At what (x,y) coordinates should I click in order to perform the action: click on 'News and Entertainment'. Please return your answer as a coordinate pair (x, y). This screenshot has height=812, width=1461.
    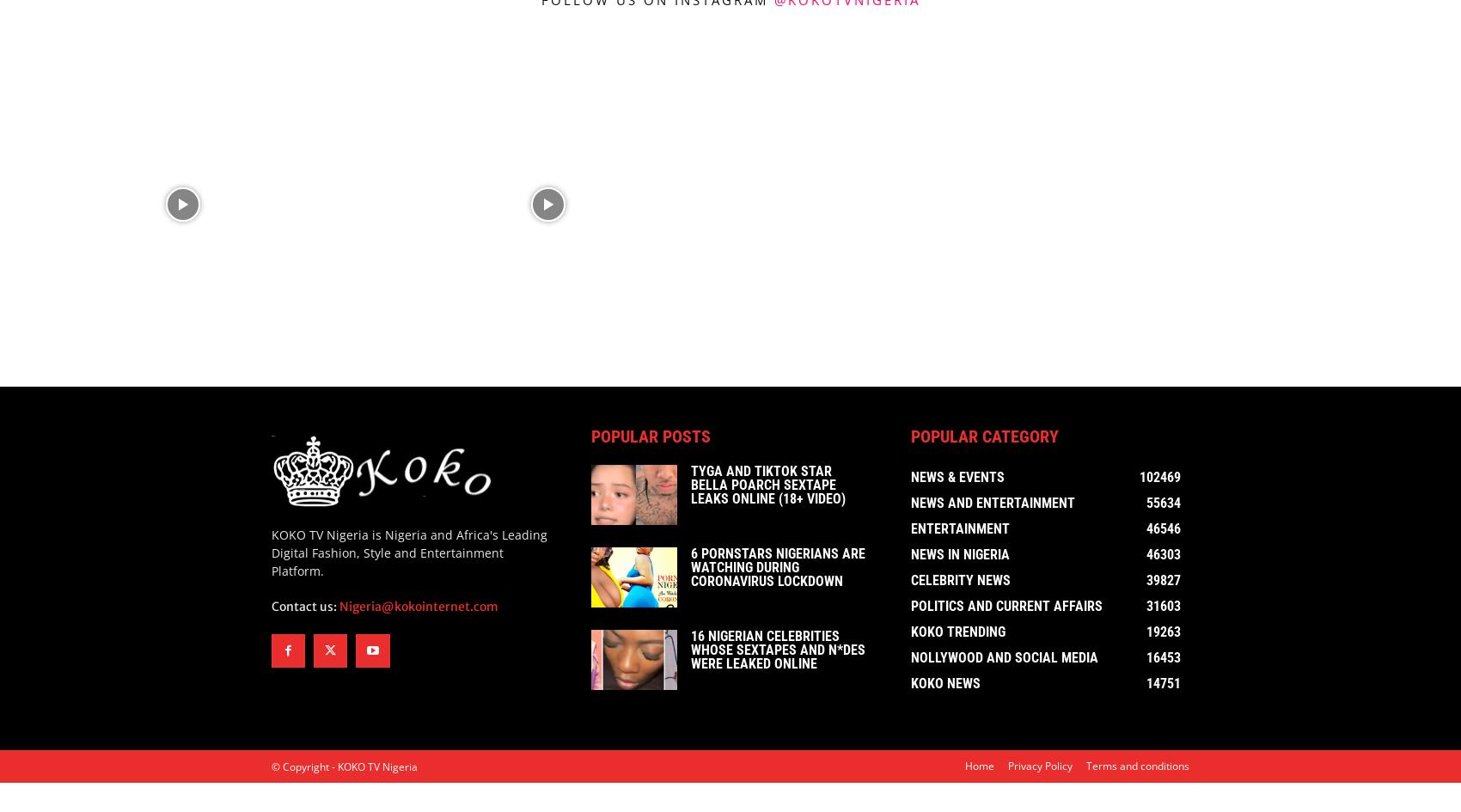
    Looking at the image, I should click on (993, 506).